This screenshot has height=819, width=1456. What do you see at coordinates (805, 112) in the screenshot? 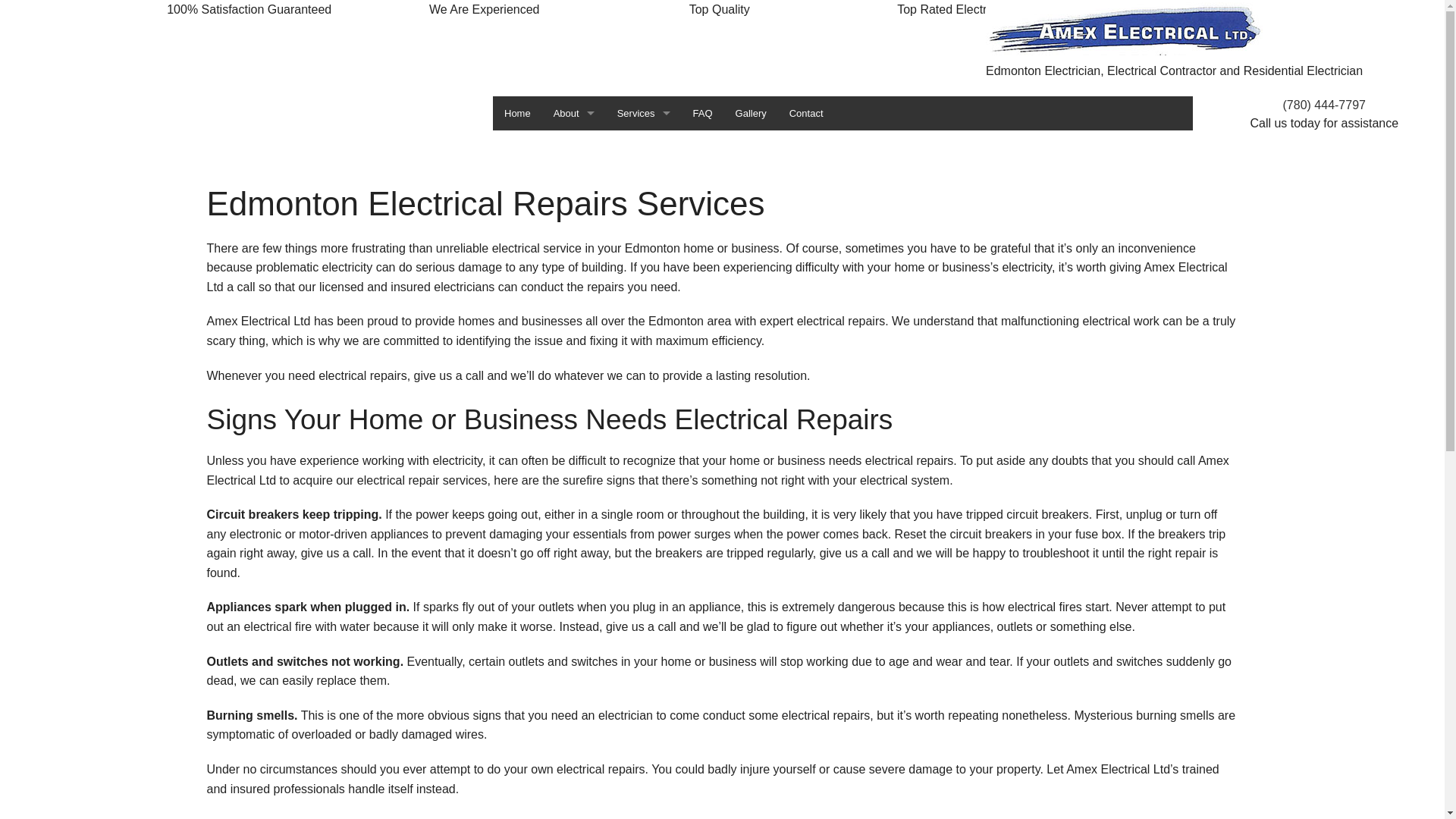
I see `'Contact'` at bounding box center [805, 112].